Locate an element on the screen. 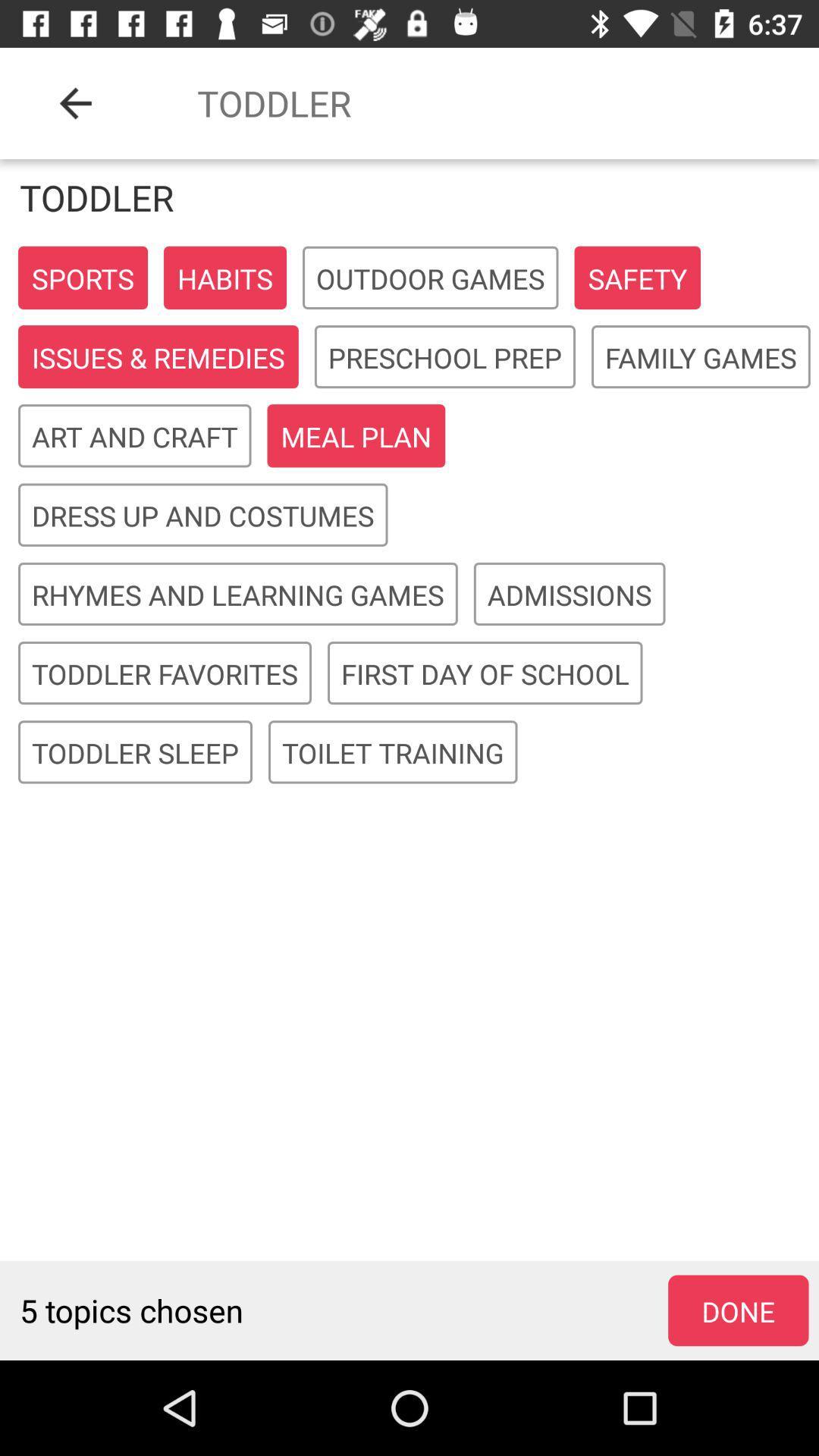 The height and width of the screenshot is (1456, 819). item above the first day of is located at coordinates (570, 594).